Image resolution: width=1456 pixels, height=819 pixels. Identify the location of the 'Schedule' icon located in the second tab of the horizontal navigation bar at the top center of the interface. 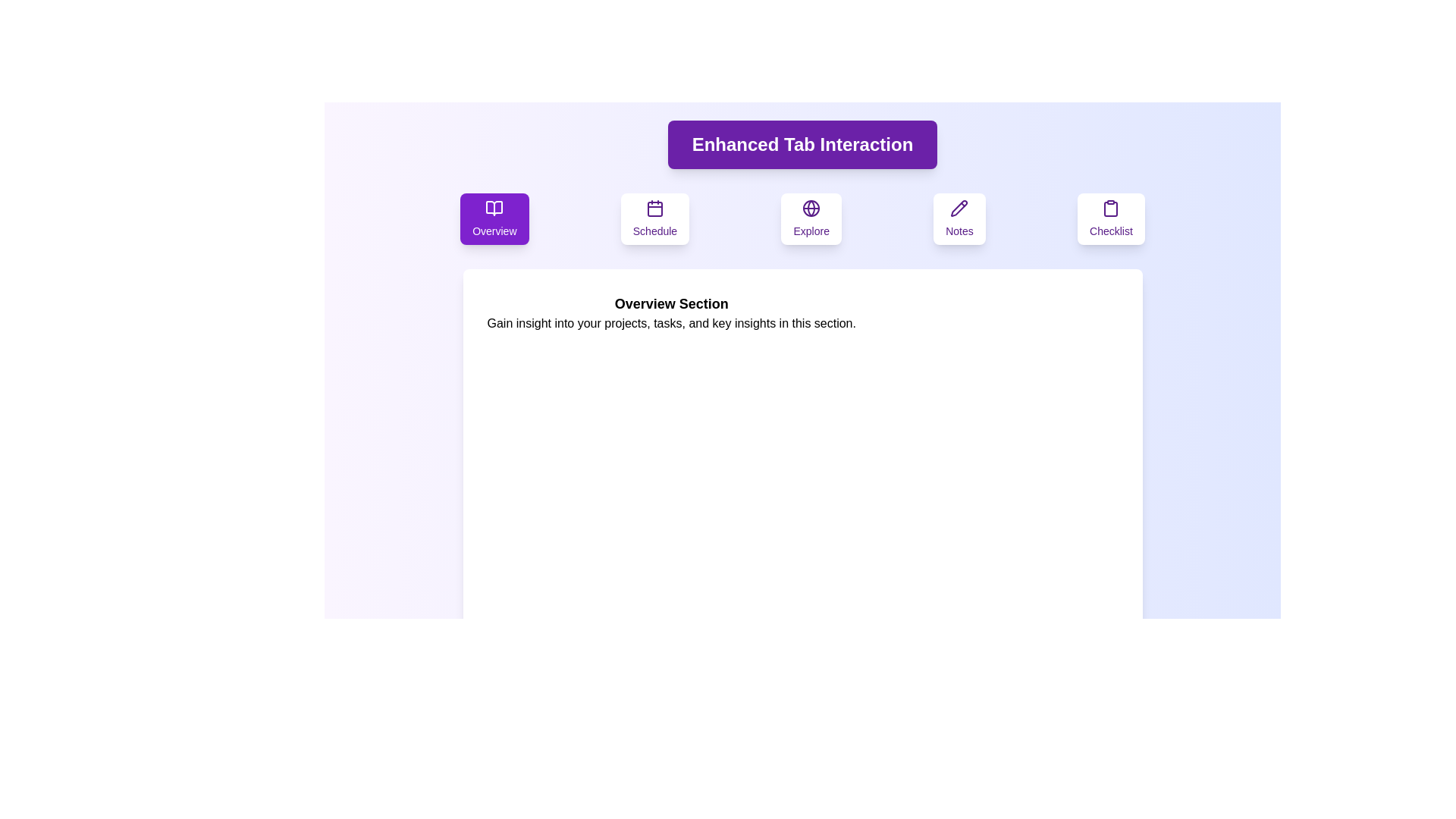
(655, 208).